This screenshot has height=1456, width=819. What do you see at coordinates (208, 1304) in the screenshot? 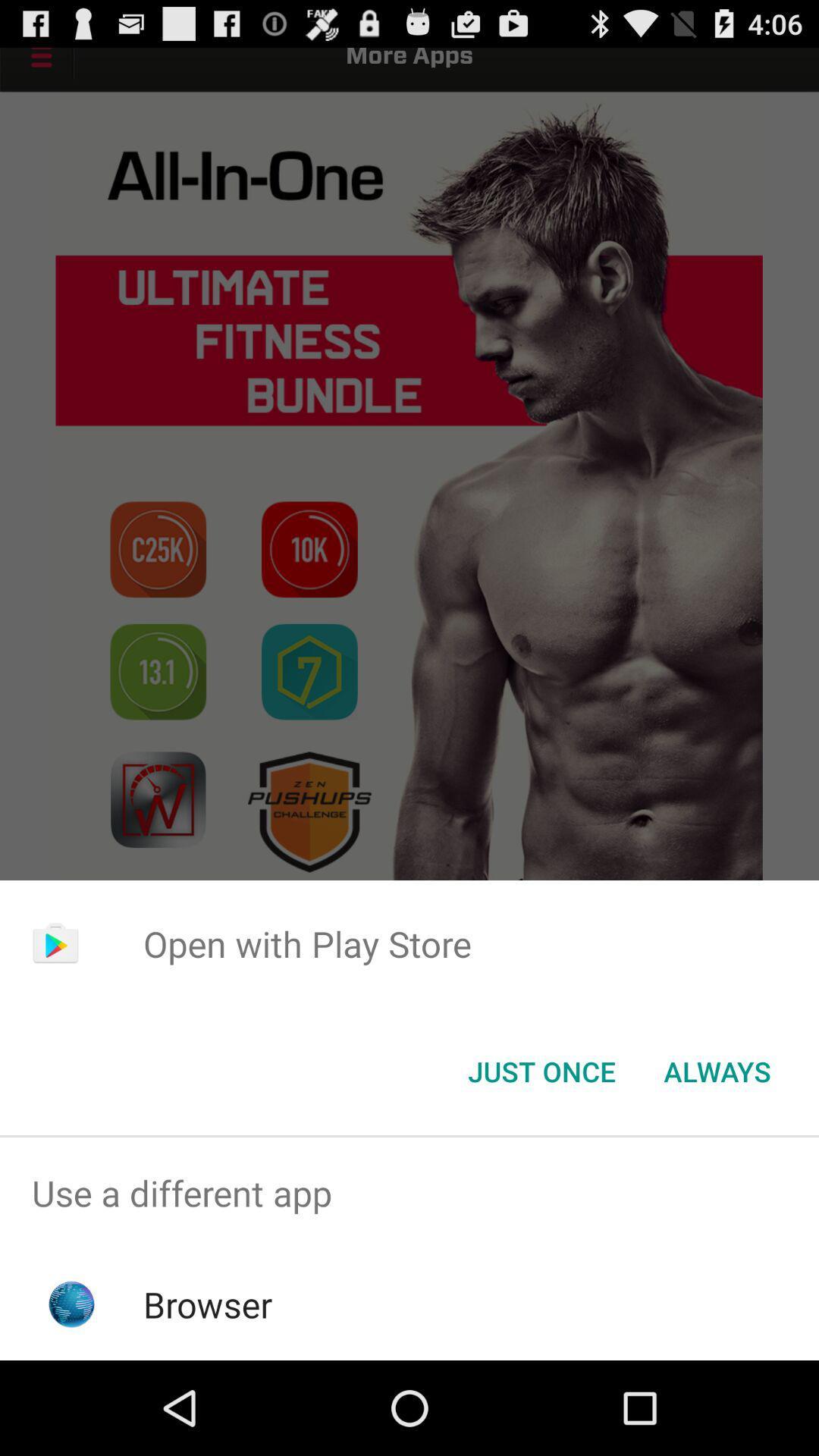
I see `icon below use a different item` at bounding box center [208, 1304].